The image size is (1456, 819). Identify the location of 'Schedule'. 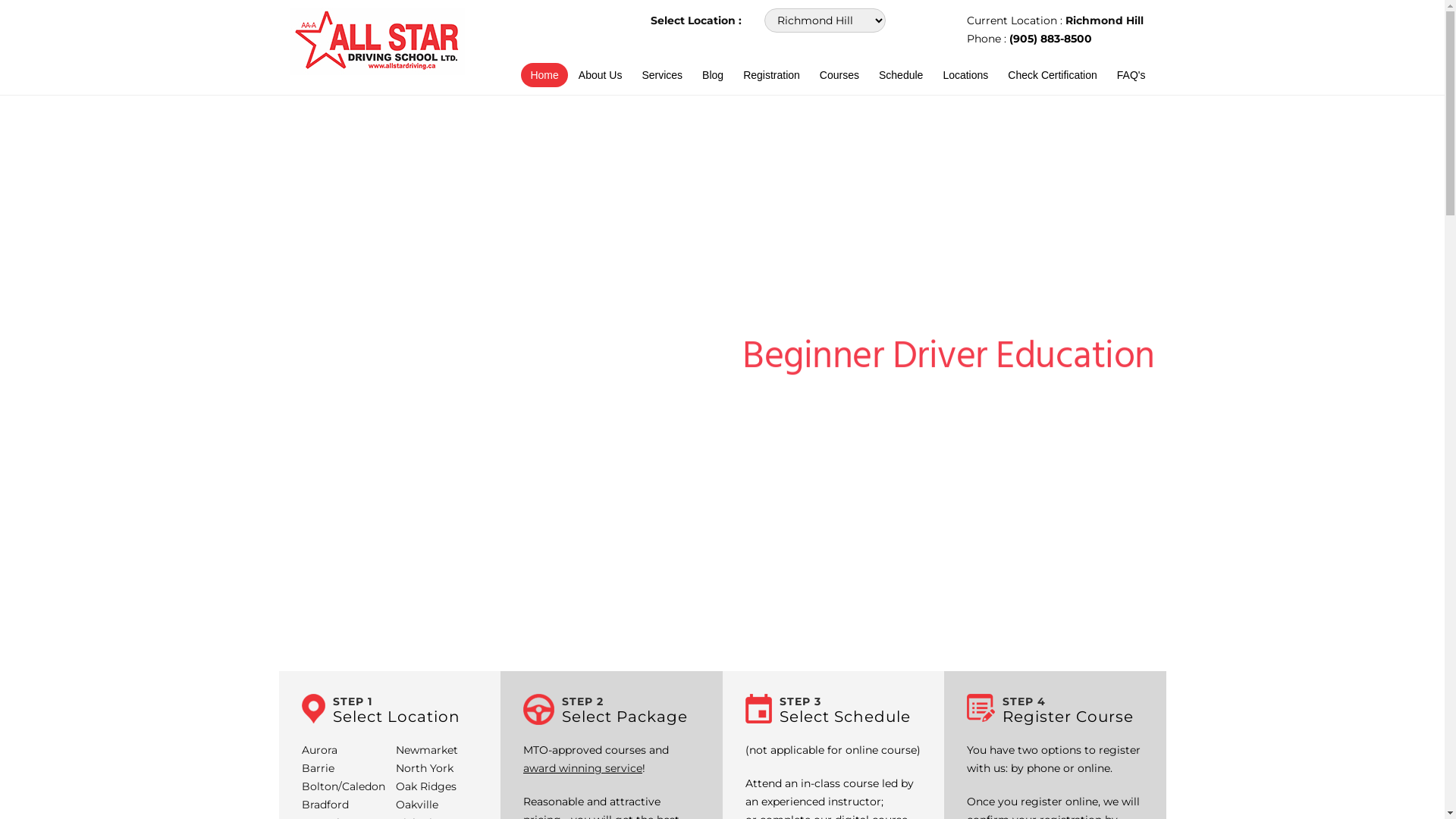
(901, 75).